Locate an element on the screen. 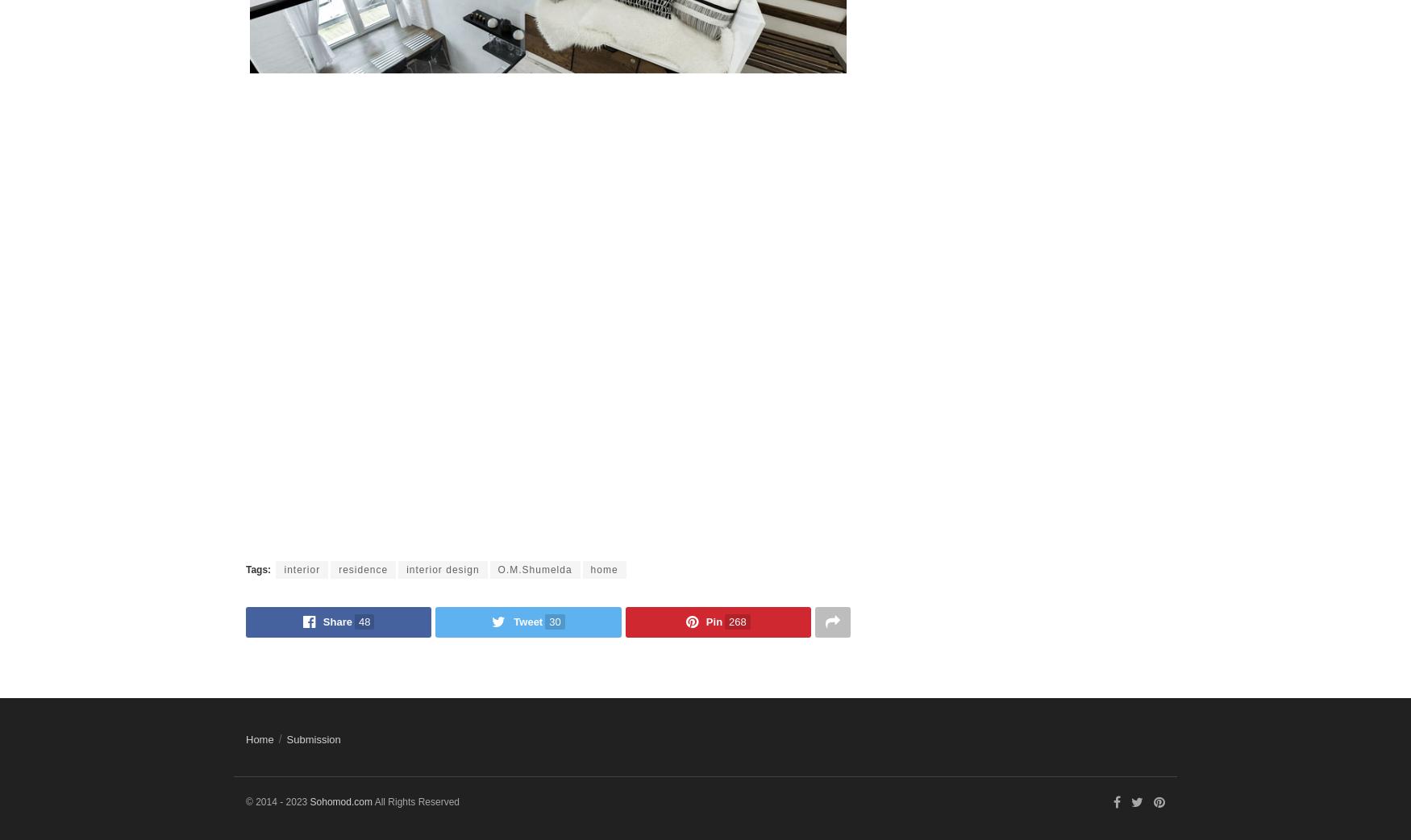 This screenshot has width=1411, height=840. 'Pin' is located at coordinates (713, 620).